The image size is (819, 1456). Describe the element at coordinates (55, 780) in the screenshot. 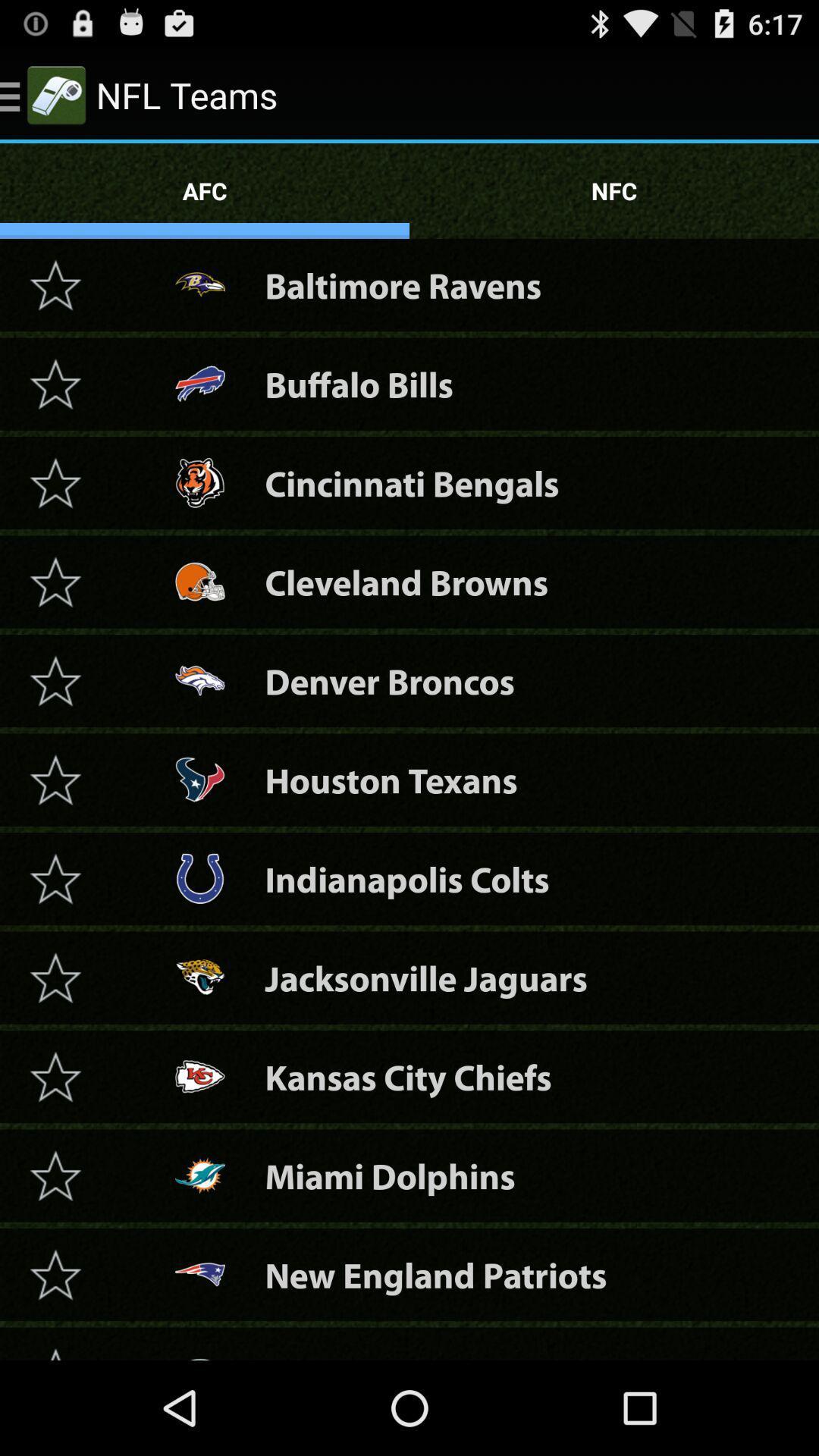

I see `mark as favorite` at that location.